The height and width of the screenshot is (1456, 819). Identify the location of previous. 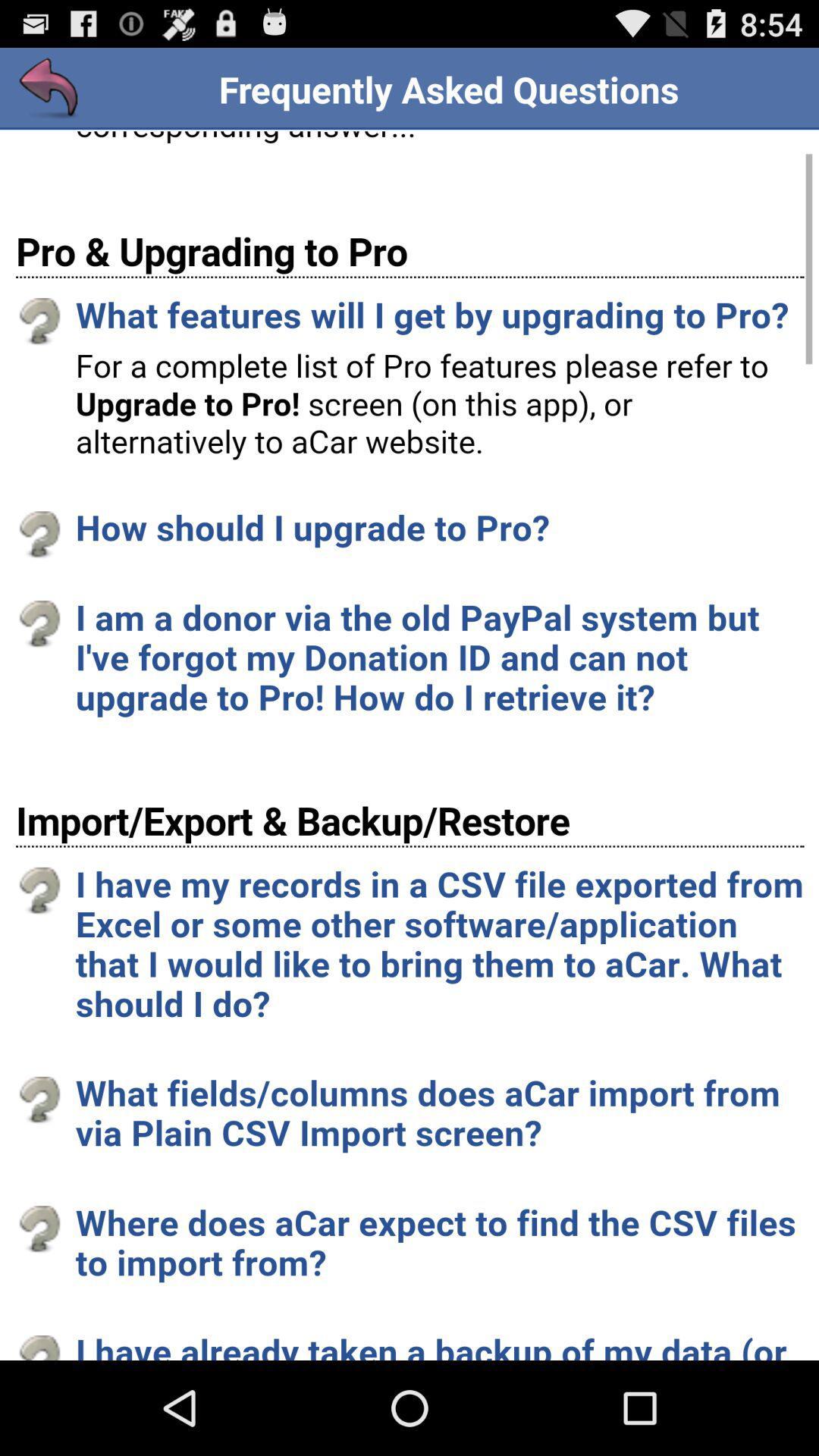
(49, 89).